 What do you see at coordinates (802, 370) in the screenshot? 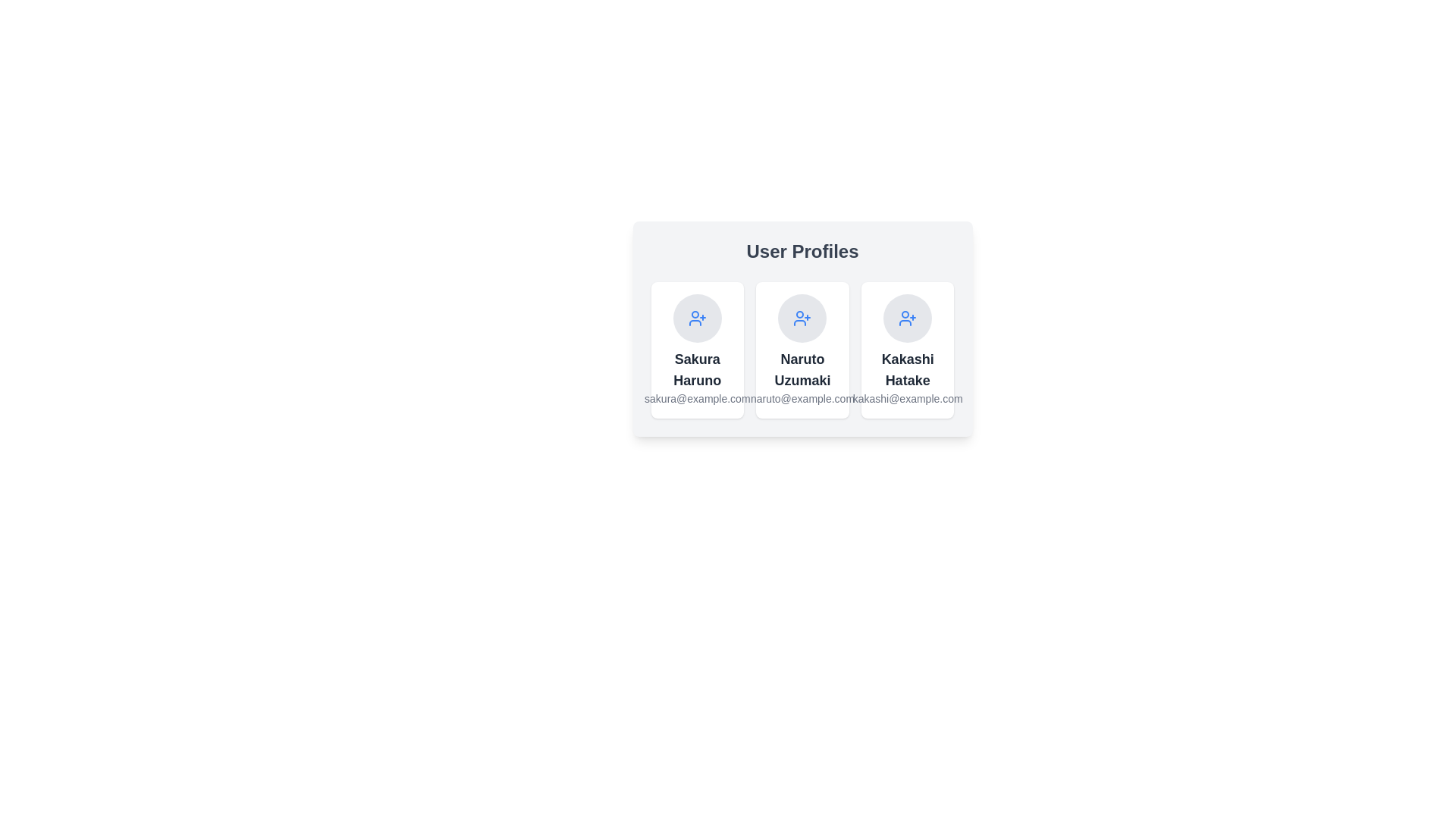
I see `the user name label in the middle profile card` at bounding box center [802, 370].